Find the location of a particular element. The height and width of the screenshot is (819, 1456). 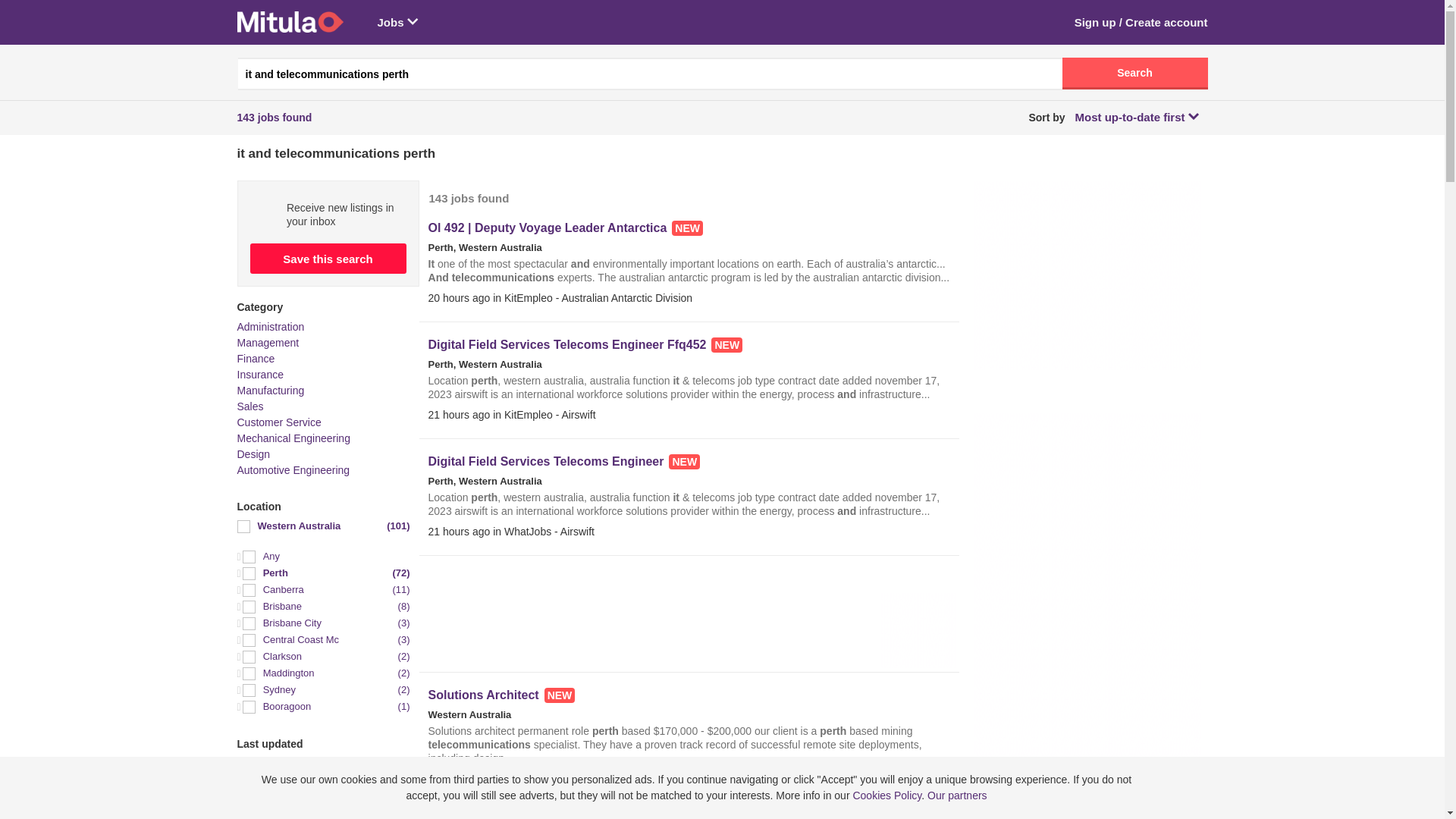

'Management' is located at coordinates (268, 342).